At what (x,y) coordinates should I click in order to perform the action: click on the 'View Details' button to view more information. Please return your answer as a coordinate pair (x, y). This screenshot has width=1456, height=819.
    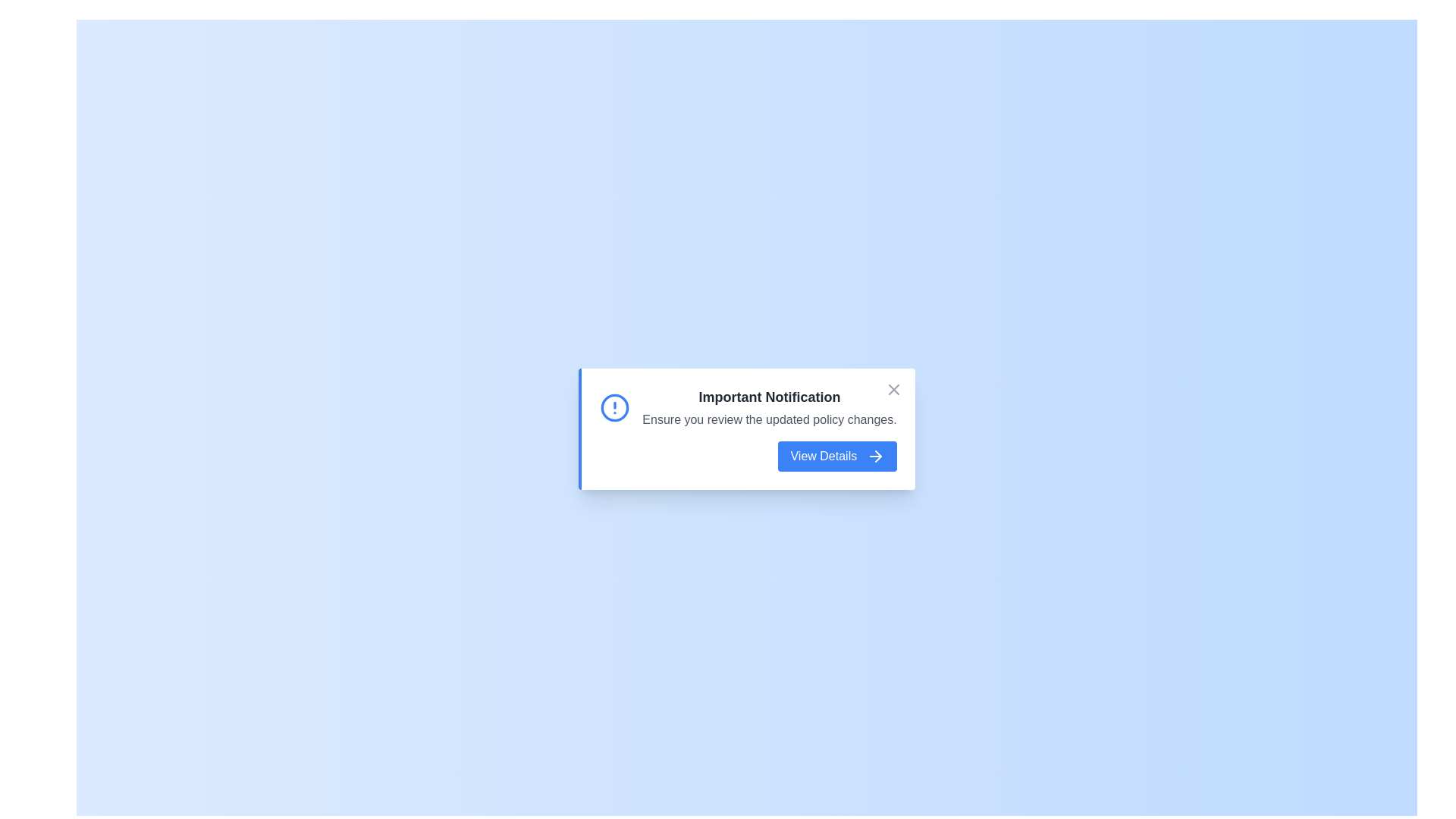
    Looking at the image, I should click on (836, 455).